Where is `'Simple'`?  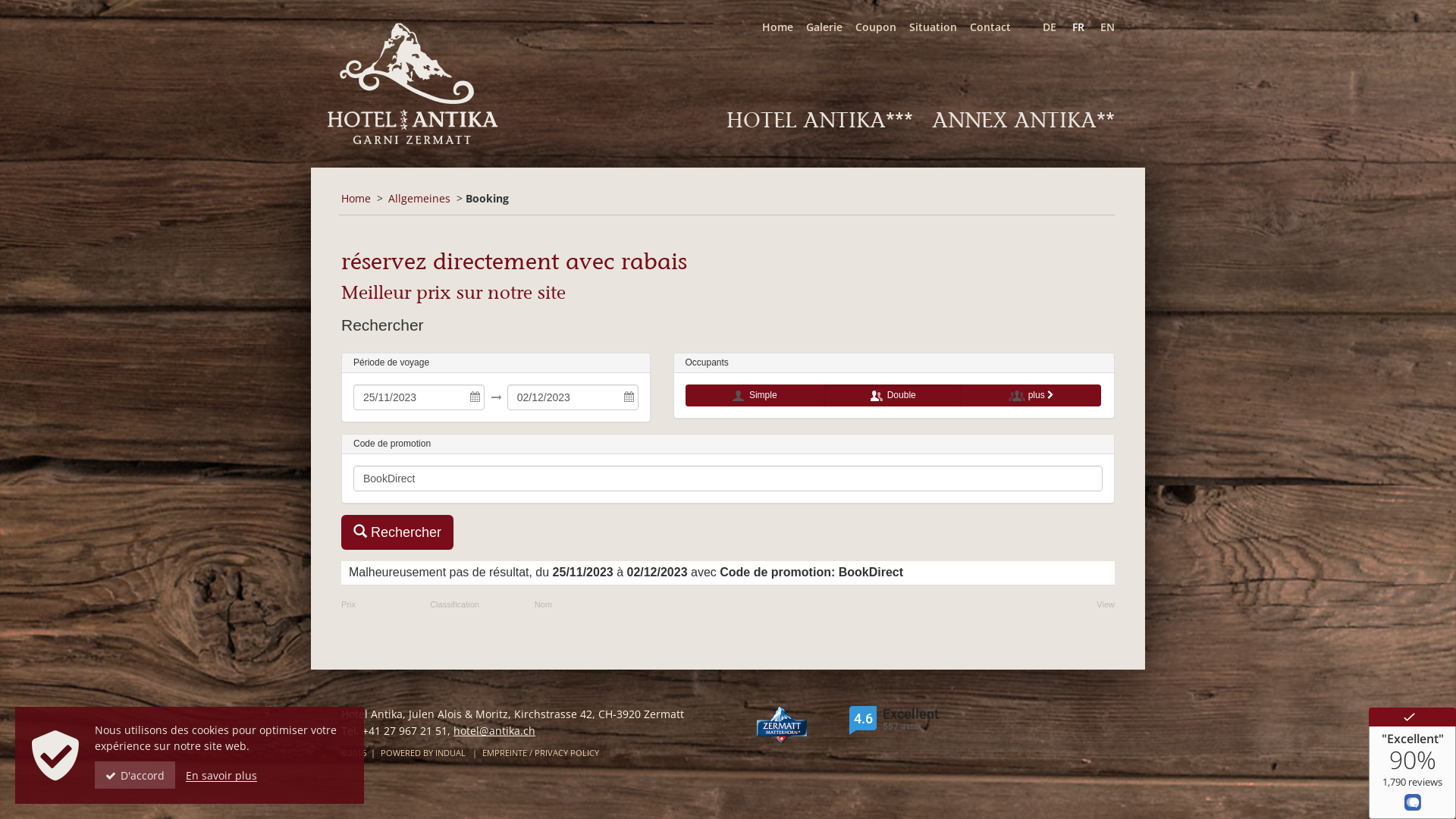 'Simple' is located at coordinates (755, 394).